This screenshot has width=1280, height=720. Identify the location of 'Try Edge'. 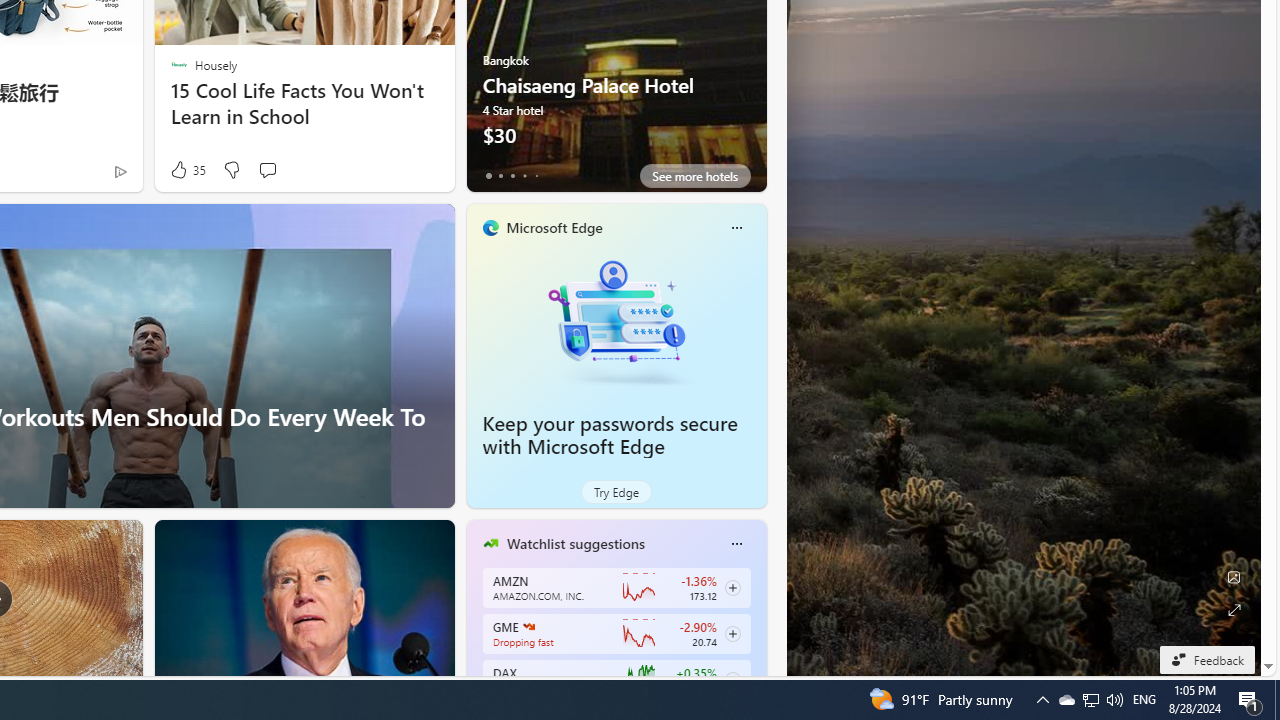
(615, 492).